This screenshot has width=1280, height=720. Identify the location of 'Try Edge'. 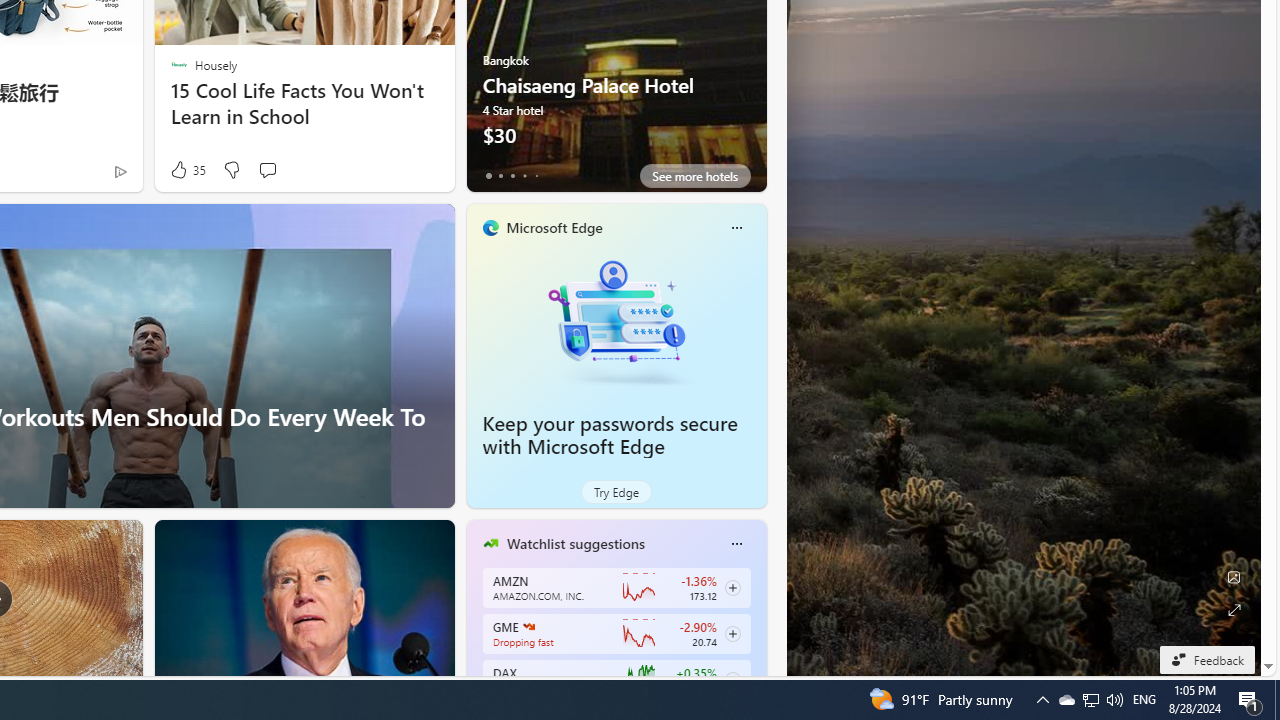
(615, 492).